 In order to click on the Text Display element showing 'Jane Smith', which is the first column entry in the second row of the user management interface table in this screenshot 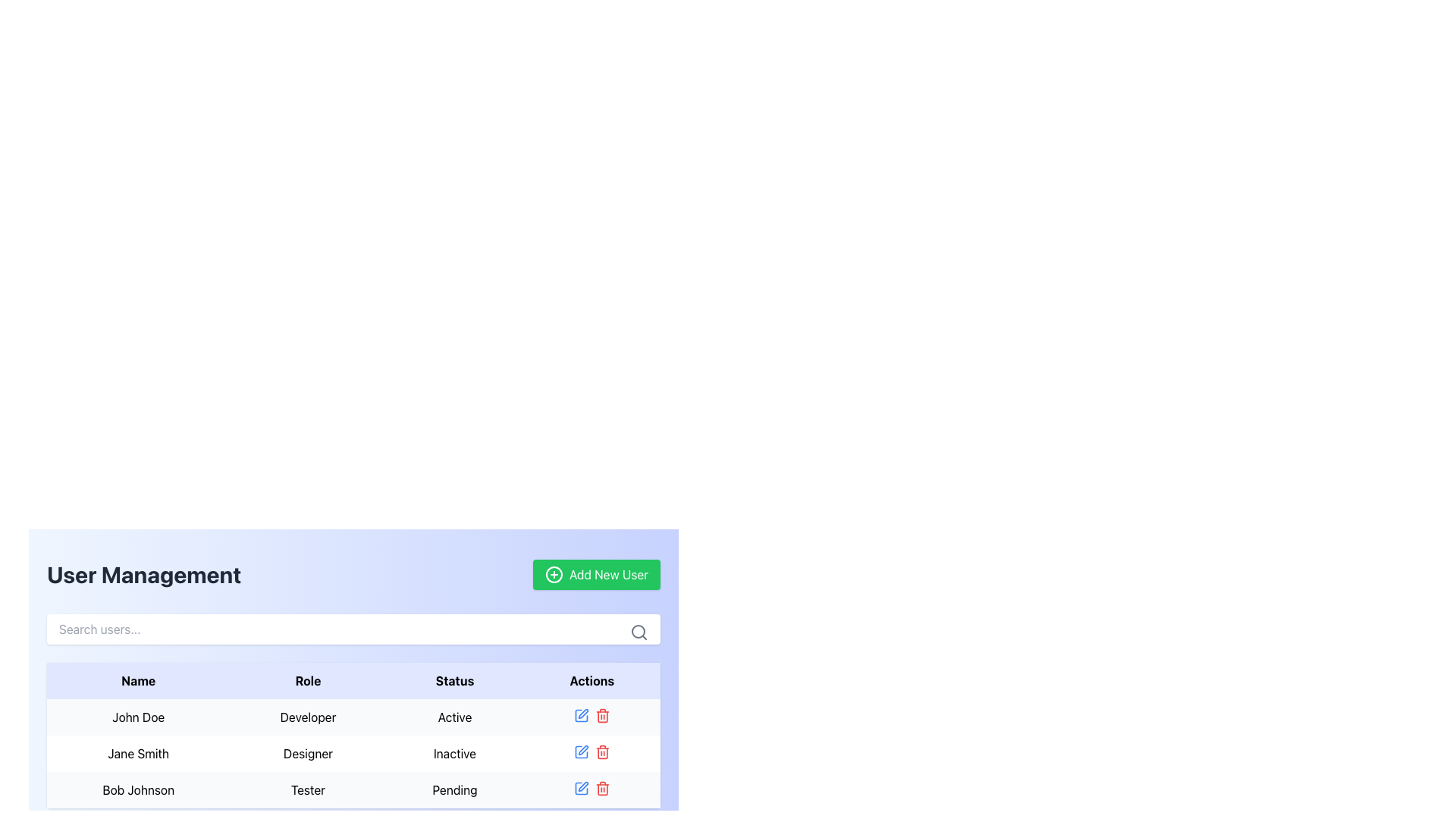, I will do `click(138, 754)`.